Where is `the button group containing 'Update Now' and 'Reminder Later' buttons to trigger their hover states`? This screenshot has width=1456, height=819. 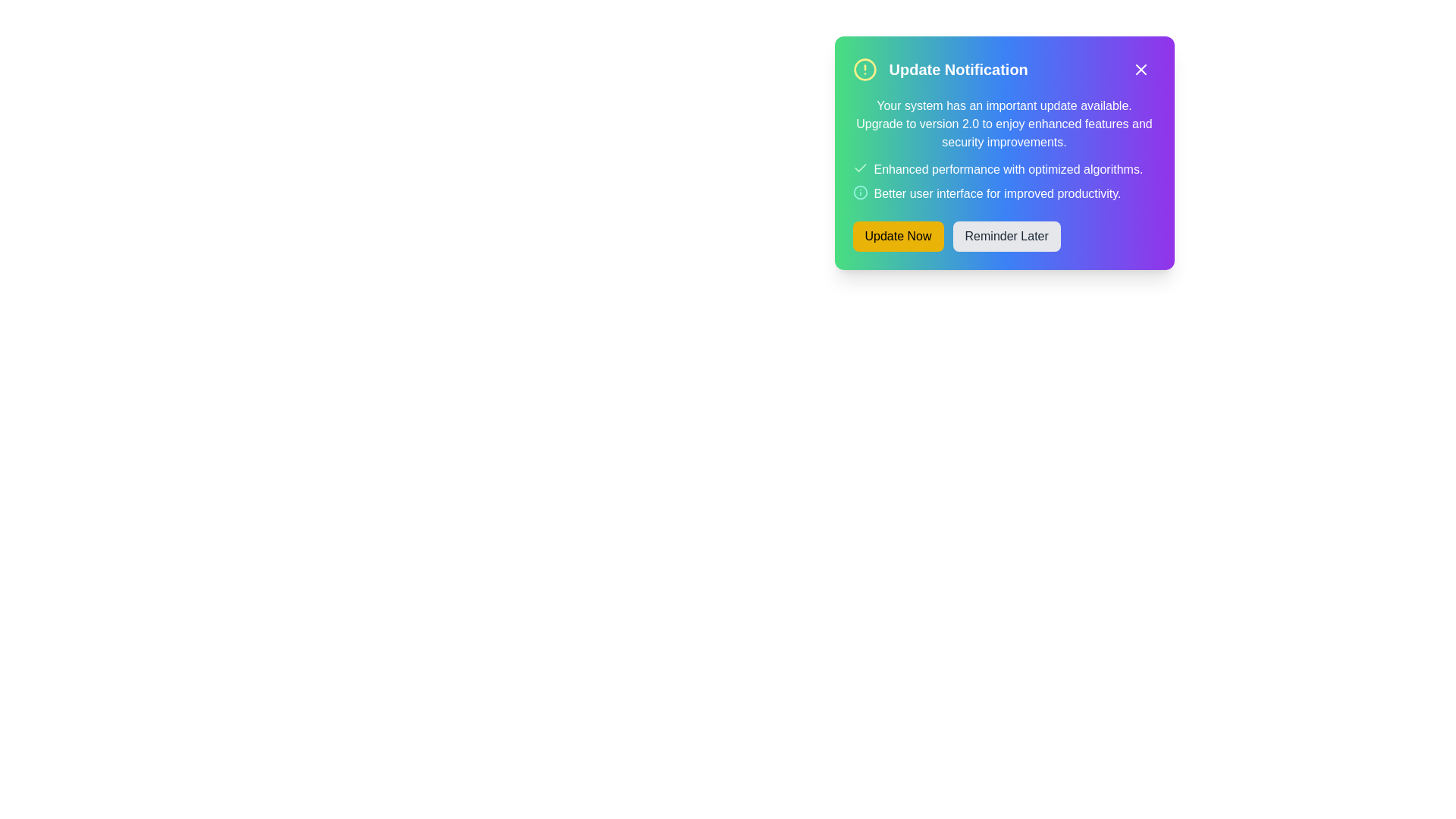 the button group containing 'Update Now' and 'Reminder Later' buttons to trigger their hover states is located at coordinates (1004, 237).